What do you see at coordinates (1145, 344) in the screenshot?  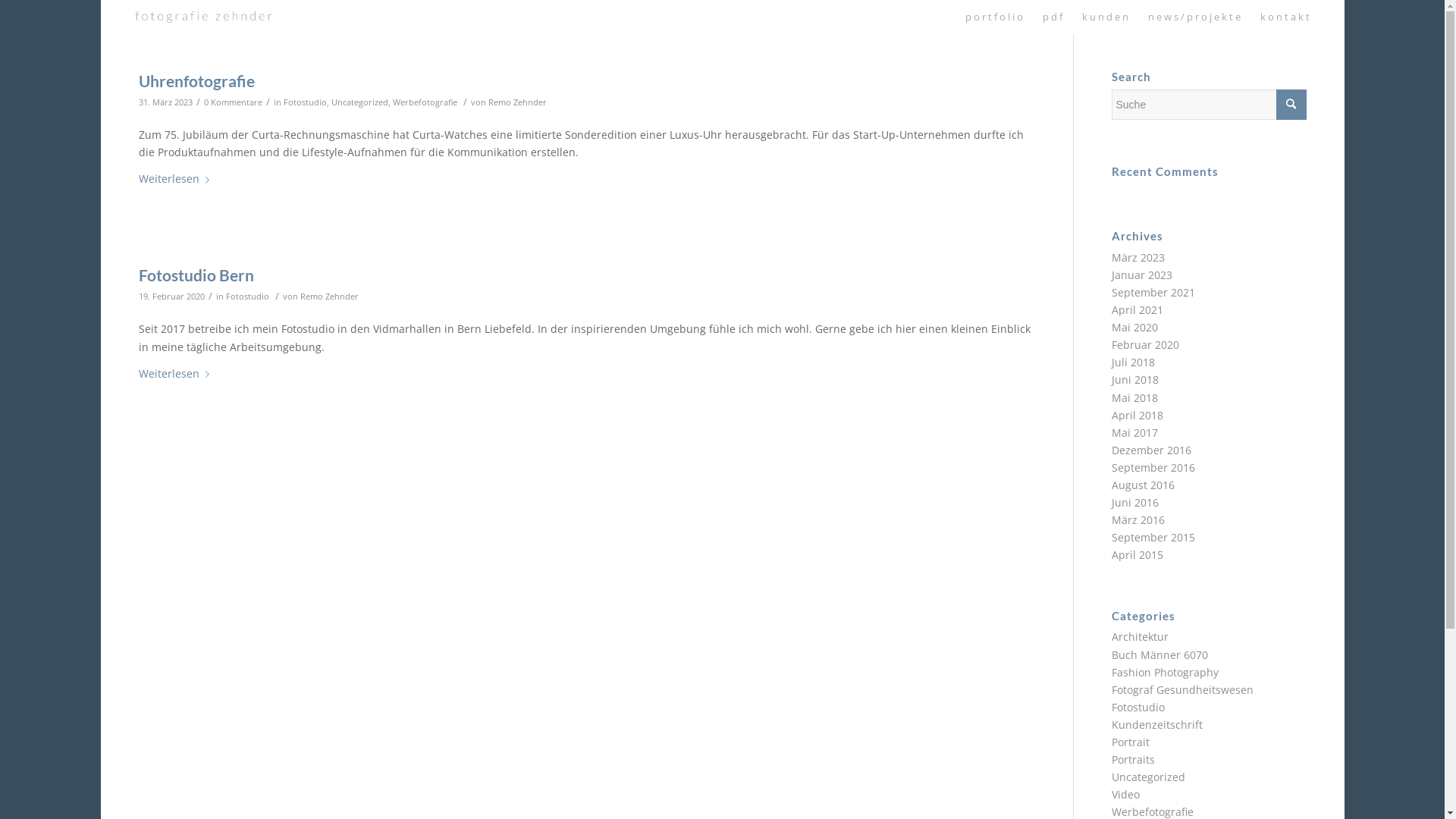 I see `'Februar 2020'` at bounding box center [1145, 344].